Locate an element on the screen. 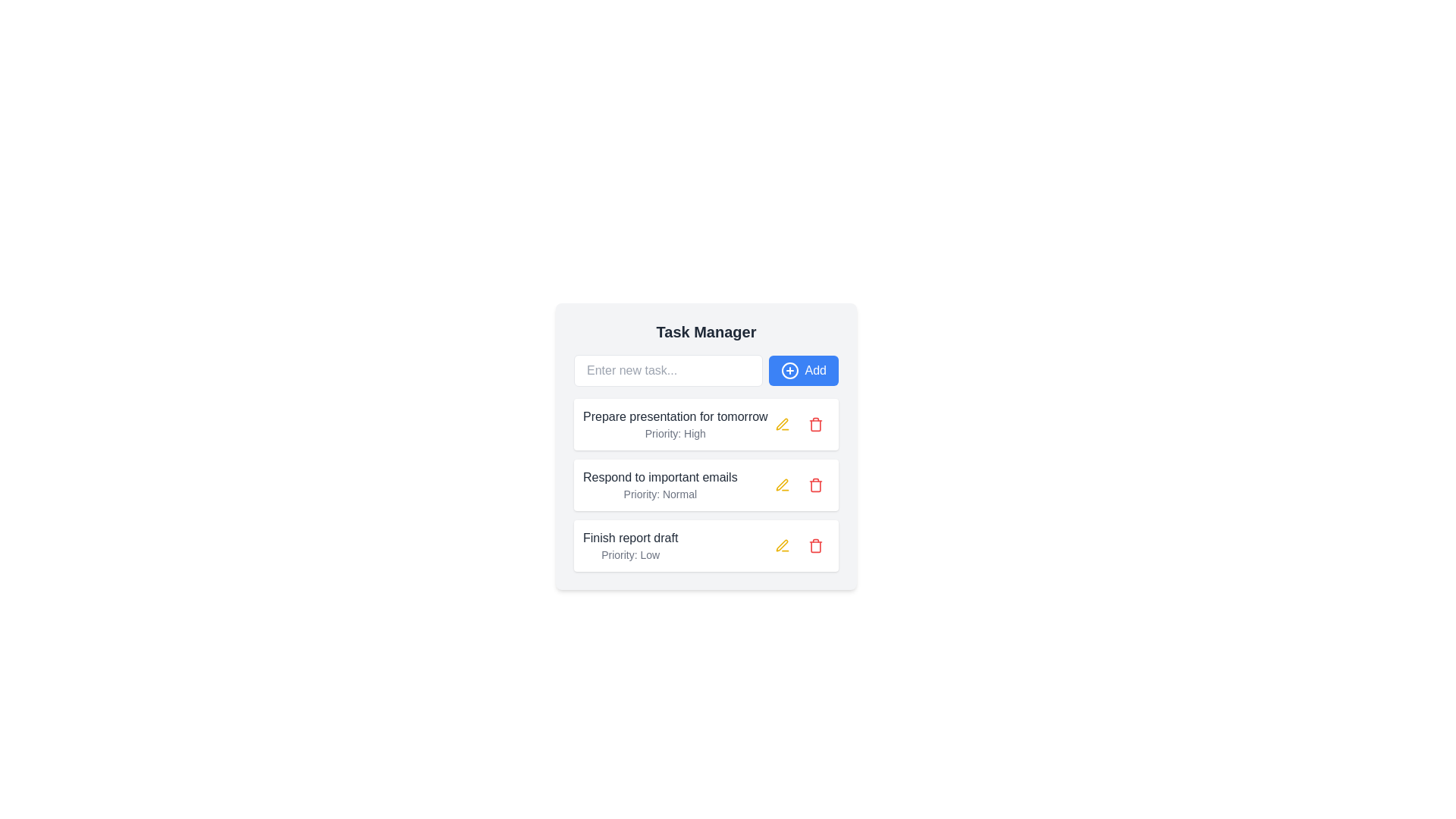 The height and width of the screenshot is (819, 1456). the edit icon button located to the right of the task title is located at coordinates (783, 424).